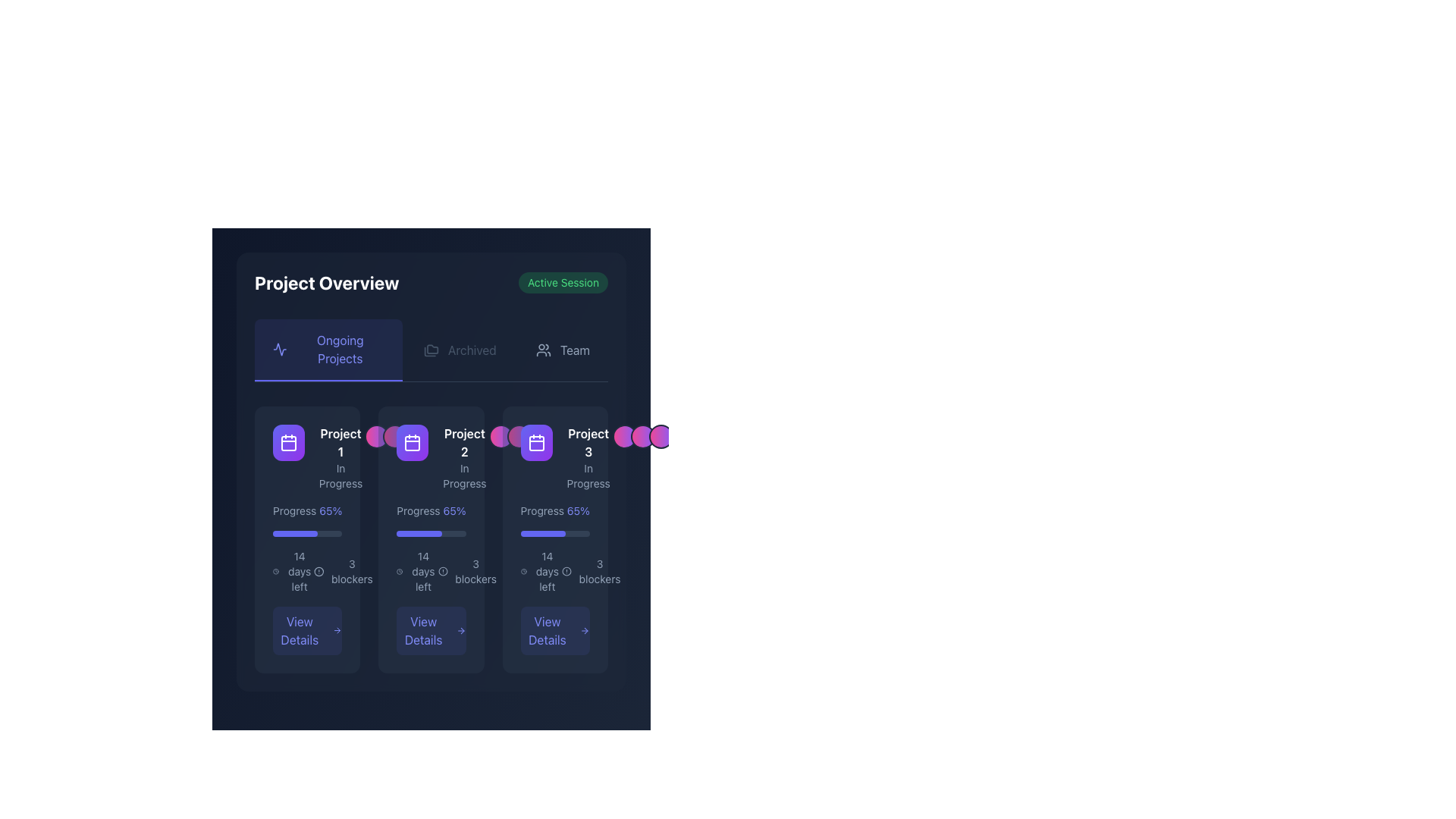 The image size is (1456, 819). Describe the element at coordinates (413, 442) in the screenshot. I see `the calendar icon within the 'Project 2' card located in the 'Ongoing Projects' section` at that location.